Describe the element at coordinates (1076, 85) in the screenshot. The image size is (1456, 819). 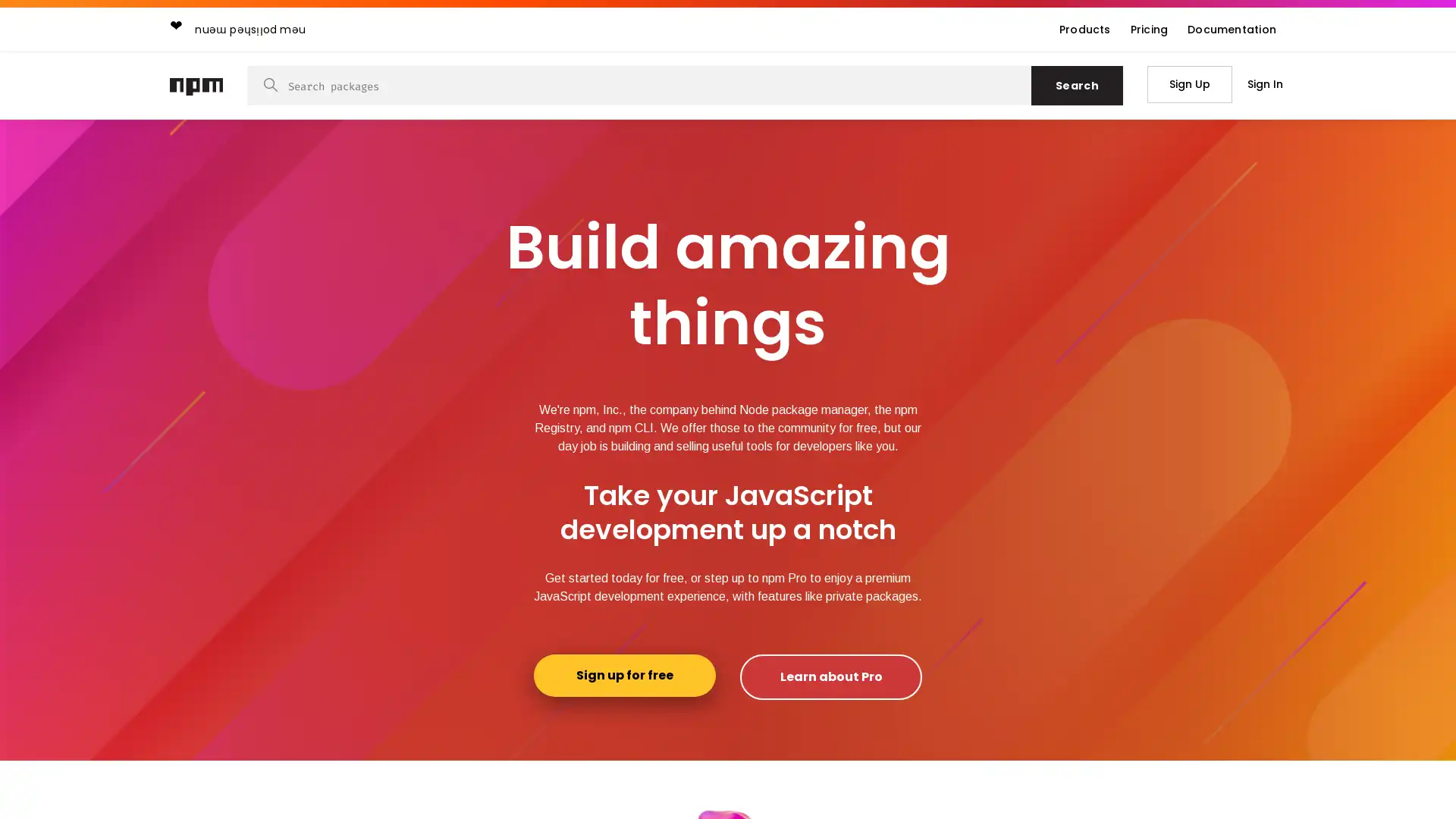
I see `Search` at that location.